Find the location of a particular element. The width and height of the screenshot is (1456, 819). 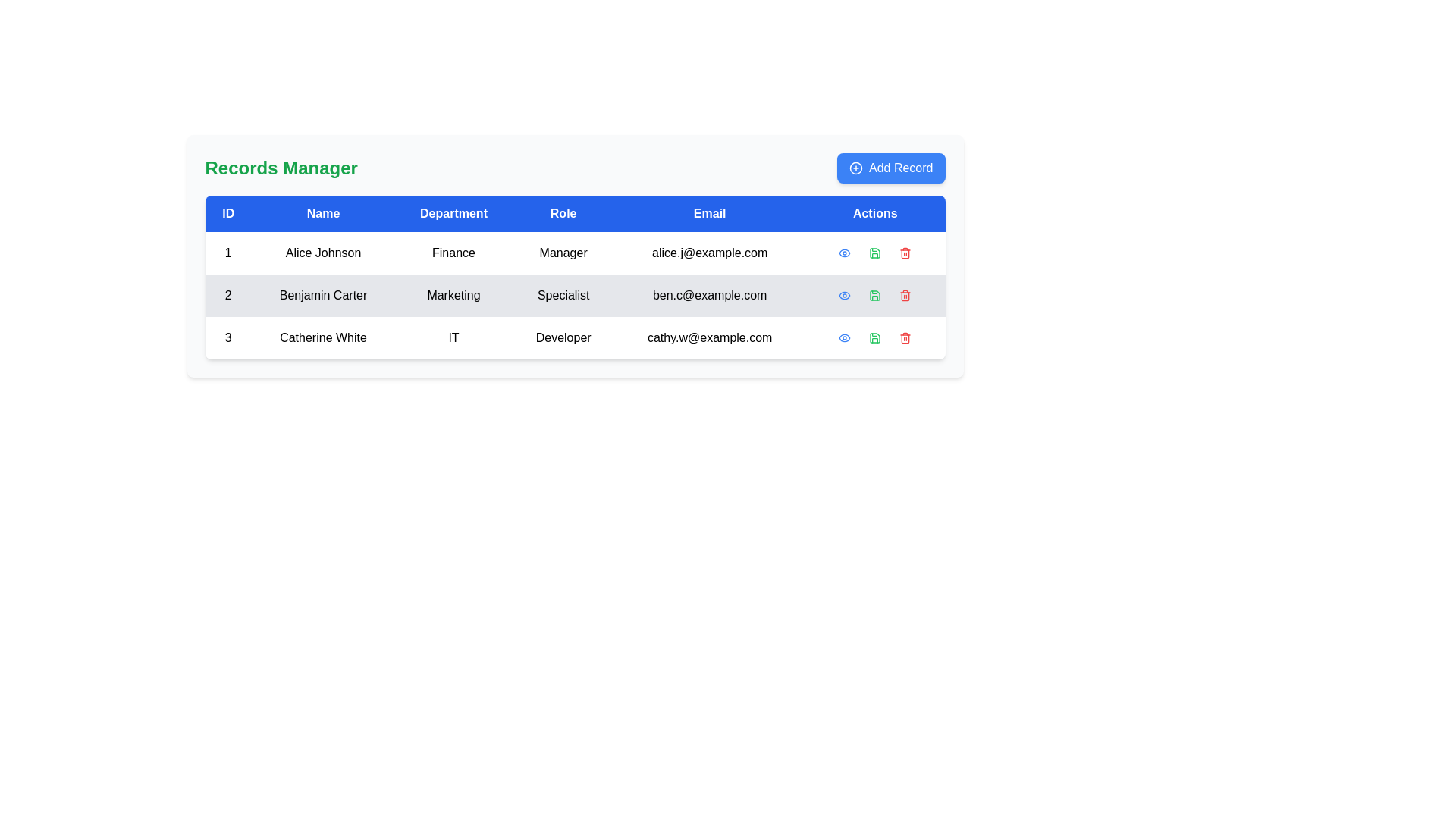

the deletion button in the 'Actions' column of the second row, which is associated with the 'Benjamin Carter' record is located at coordinates (905, 295).